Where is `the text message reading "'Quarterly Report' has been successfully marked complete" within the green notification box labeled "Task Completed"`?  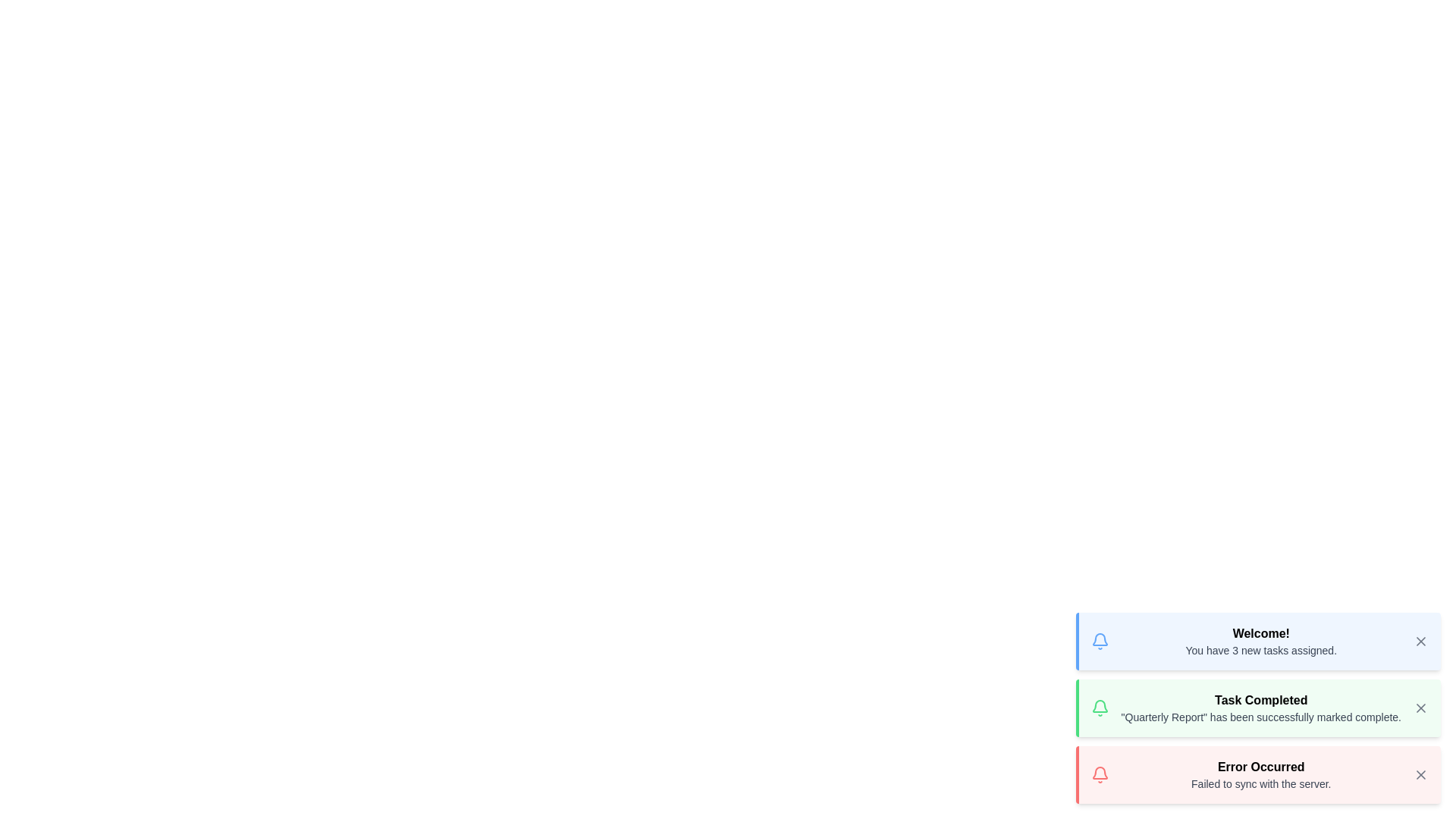
the text message reading "'Quarterly Report' has been successfully marked complete" within the green notification box labeled "Task Completed" is located at coordinates (1261, 717).